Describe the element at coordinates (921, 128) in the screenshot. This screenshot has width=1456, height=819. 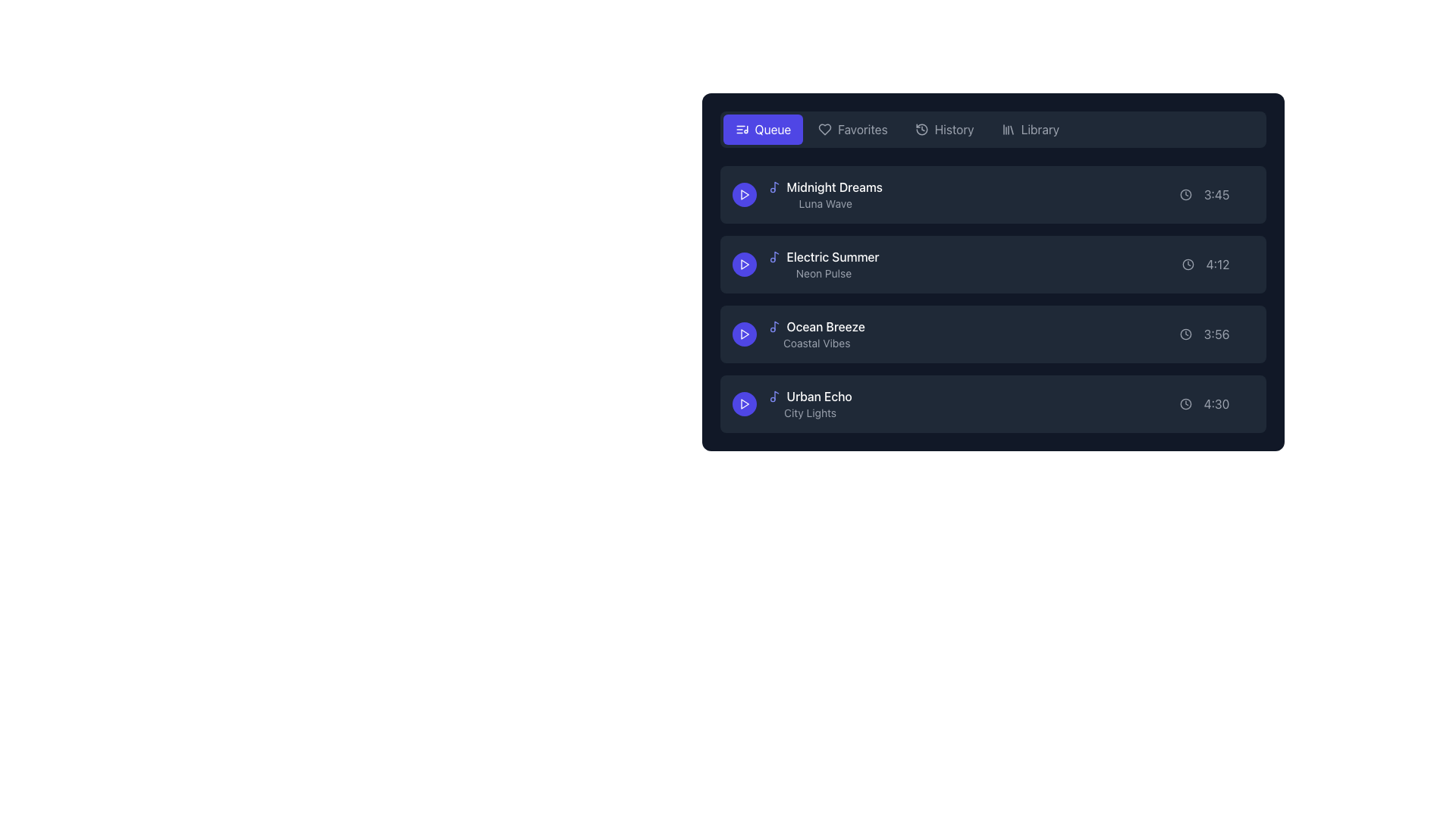
I see `the circular arrow icon representing the 'History' action, located in the top navigation bar to the left of the 'History' text label` at that location.